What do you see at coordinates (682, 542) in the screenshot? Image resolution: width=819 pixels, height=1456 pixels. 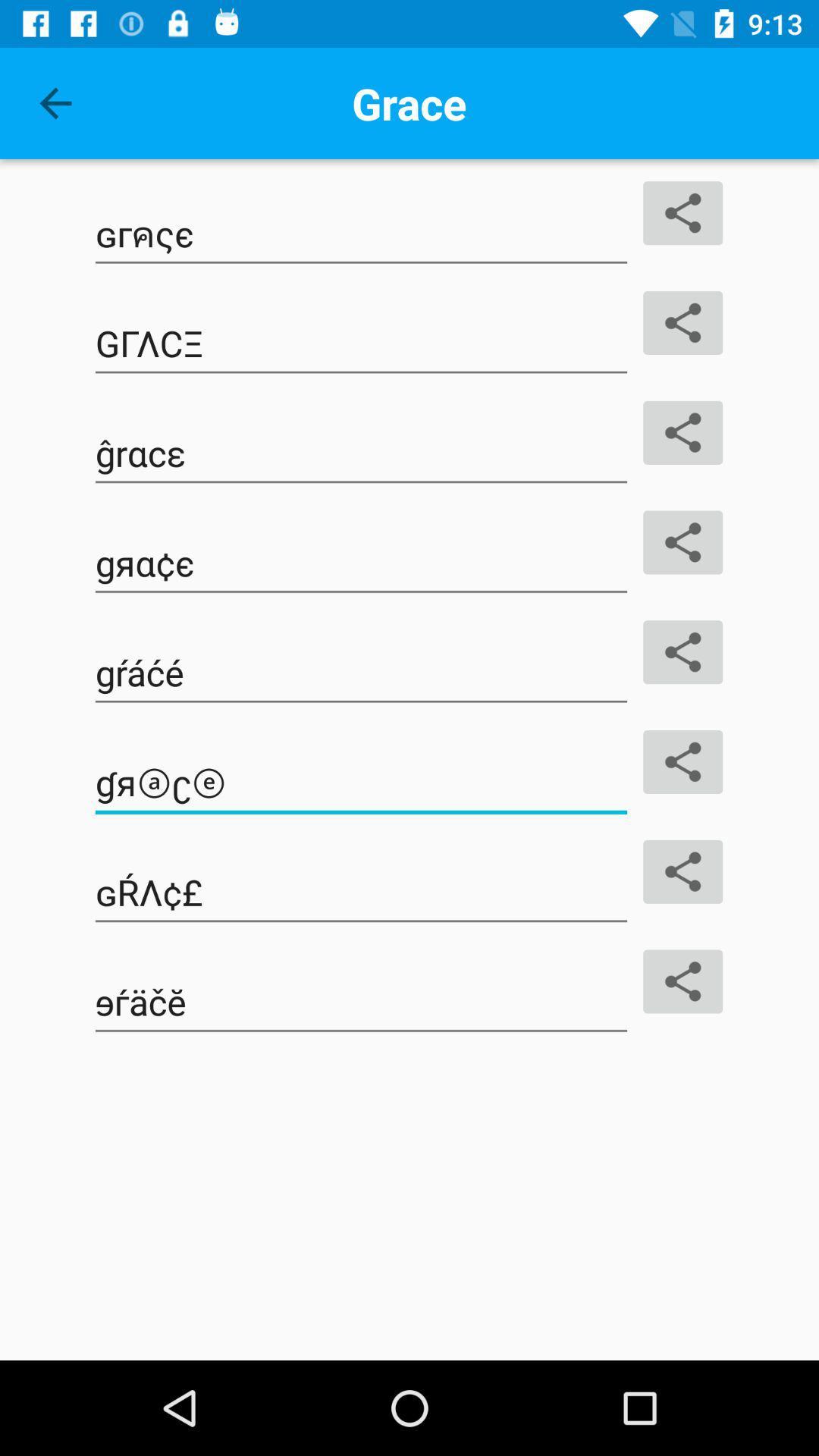 I see `the share icon` at bounding box center [682, 542].